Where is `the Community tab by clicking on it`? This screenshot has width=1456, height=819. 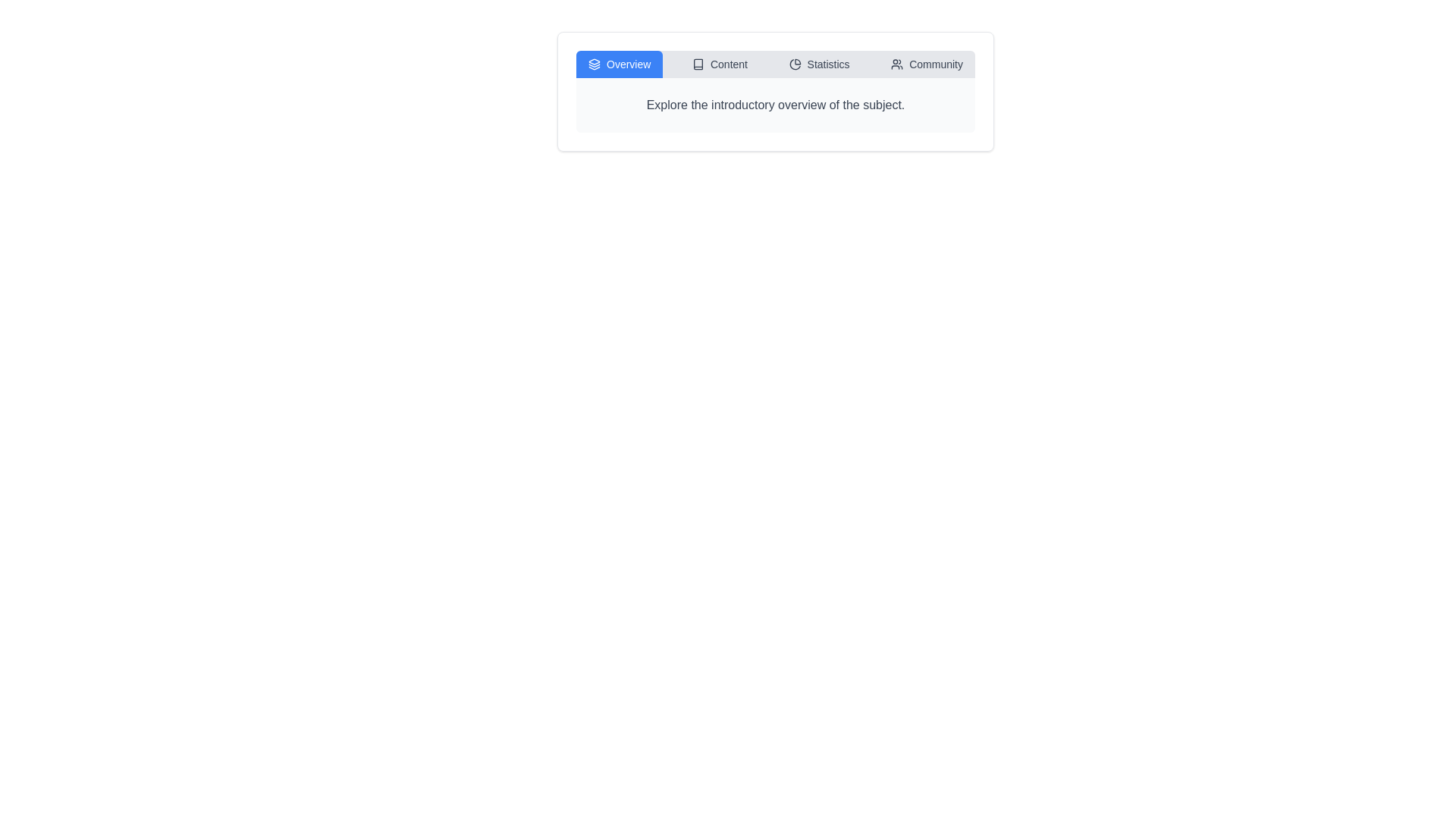 the Community tab by clicking on it is located at coordinates (926, 63).